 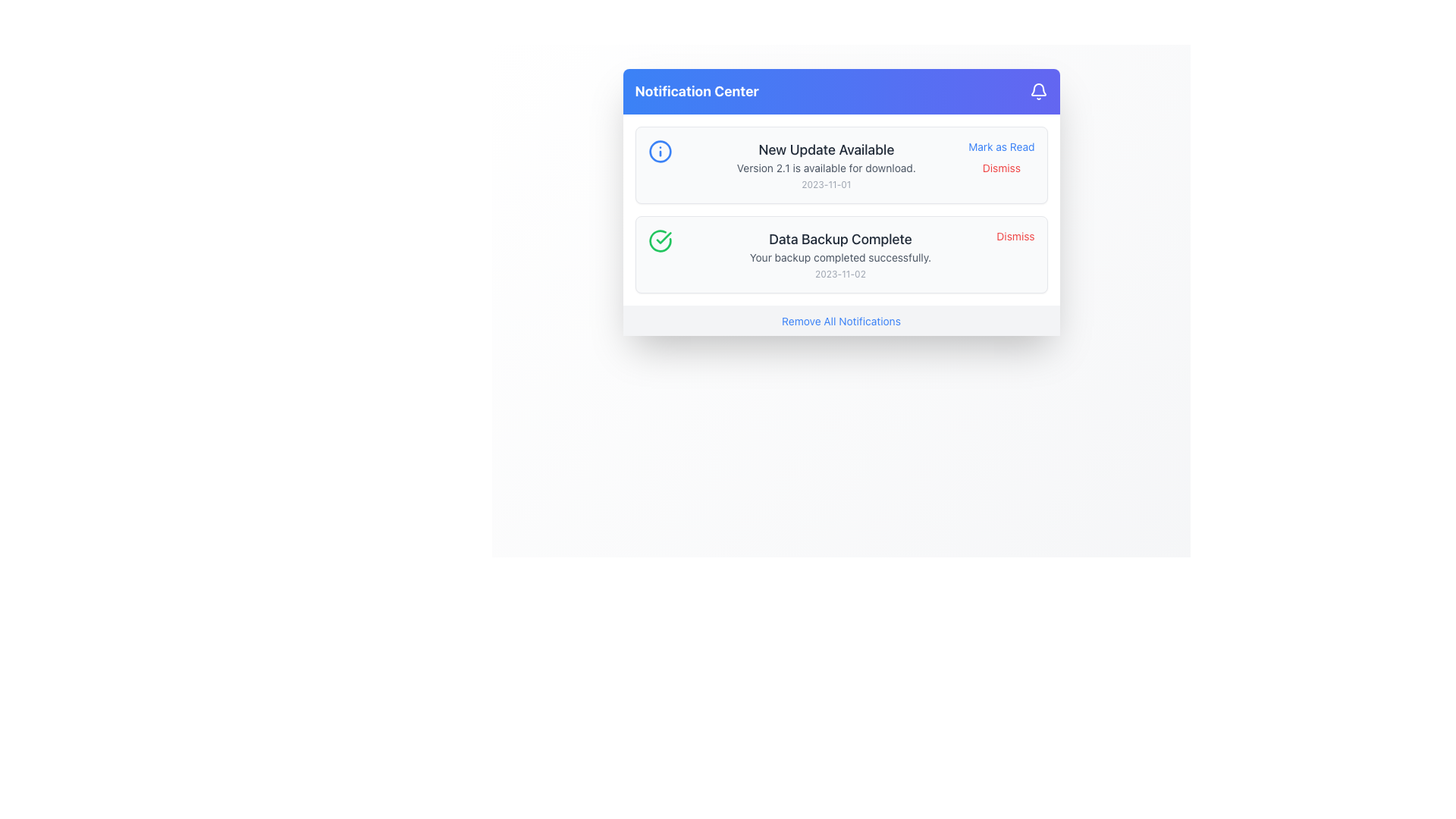 What do you see at coordinates (696, 91) in the screenshot?
I see `the static text label displaying 'Notification Center', which is bold and large with white font against a gradient background from blue to indigo, located on the left side of the header` at bounding box center [696, 91].